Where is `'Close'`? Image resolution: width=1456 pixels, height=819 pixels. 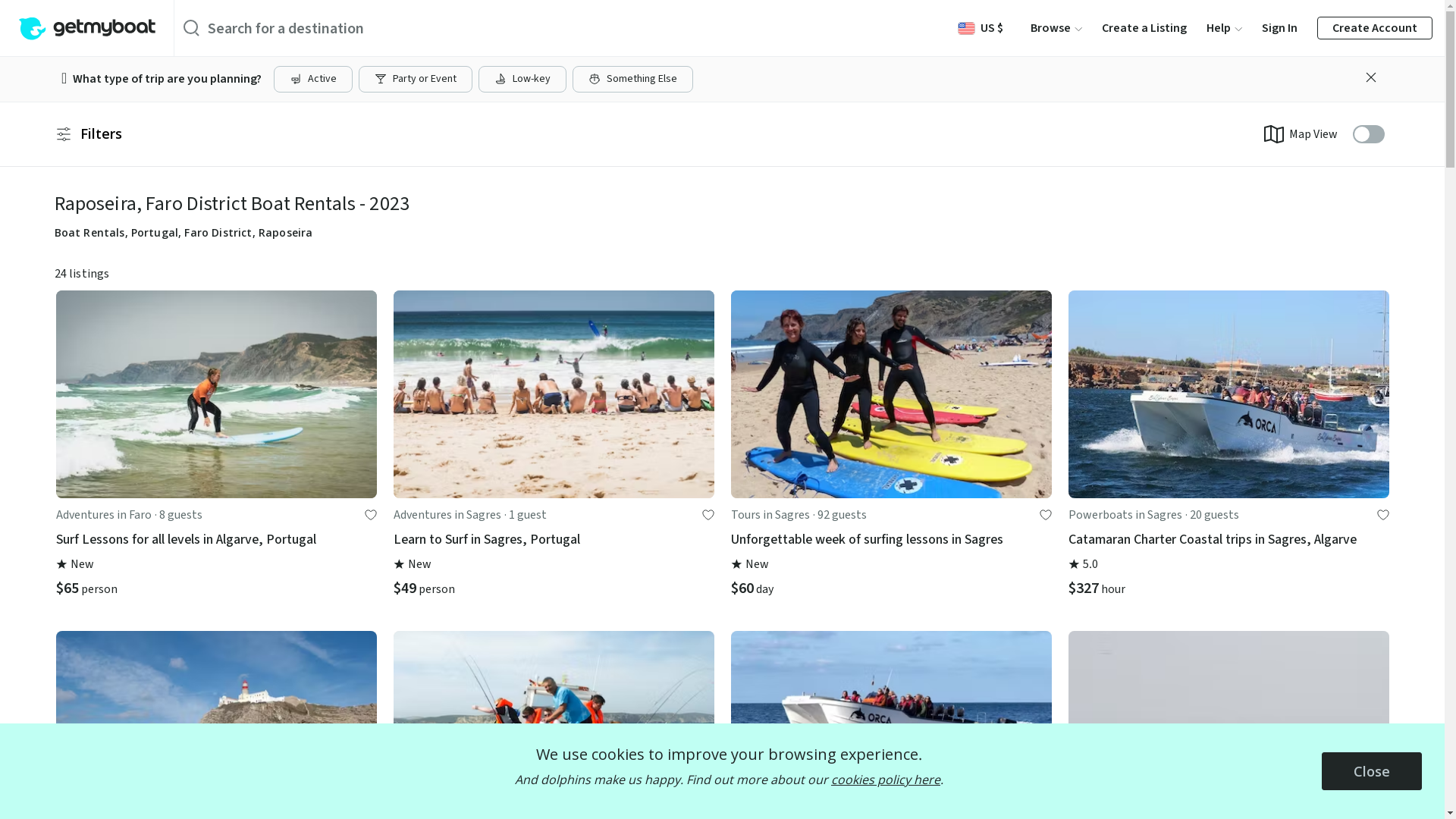 'Close' is located at coordinates (1372, 771).